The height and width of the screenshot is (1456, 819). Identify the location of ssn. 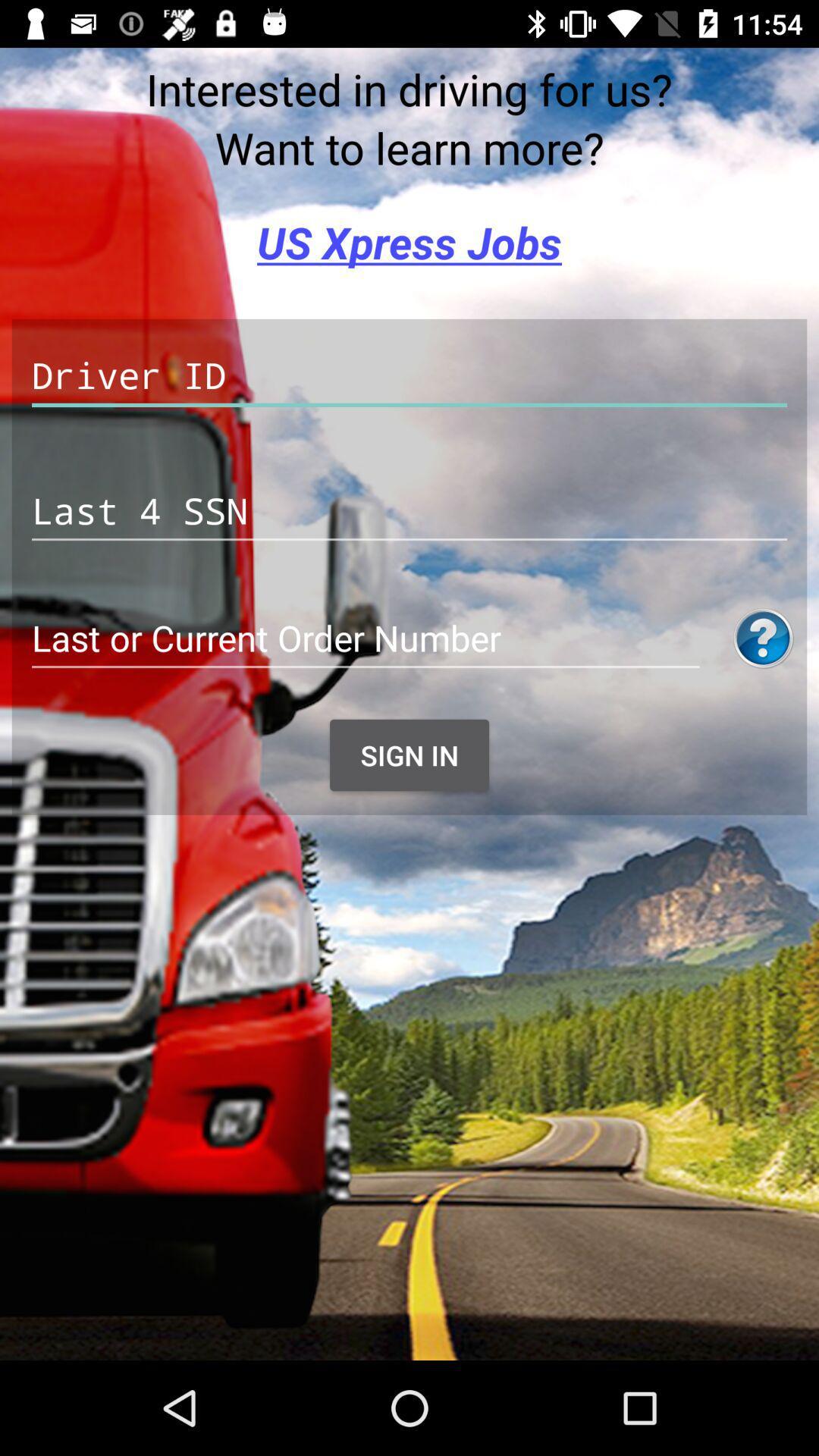
(409, 511).